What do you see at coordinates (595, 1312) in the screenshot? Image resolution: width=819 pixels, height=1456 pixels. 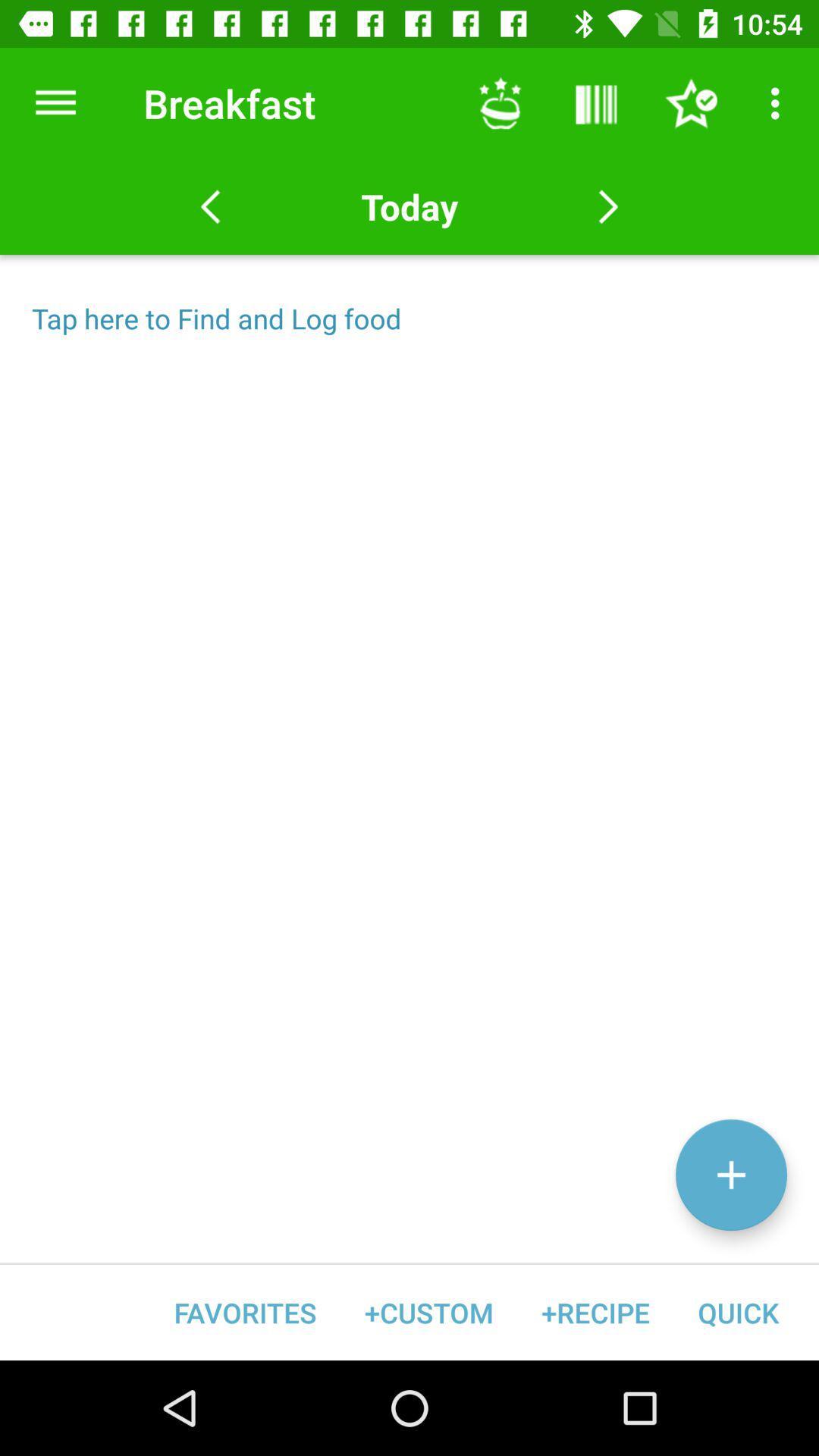 I see `item next to quick icon` at bounding box center [595, 1312].